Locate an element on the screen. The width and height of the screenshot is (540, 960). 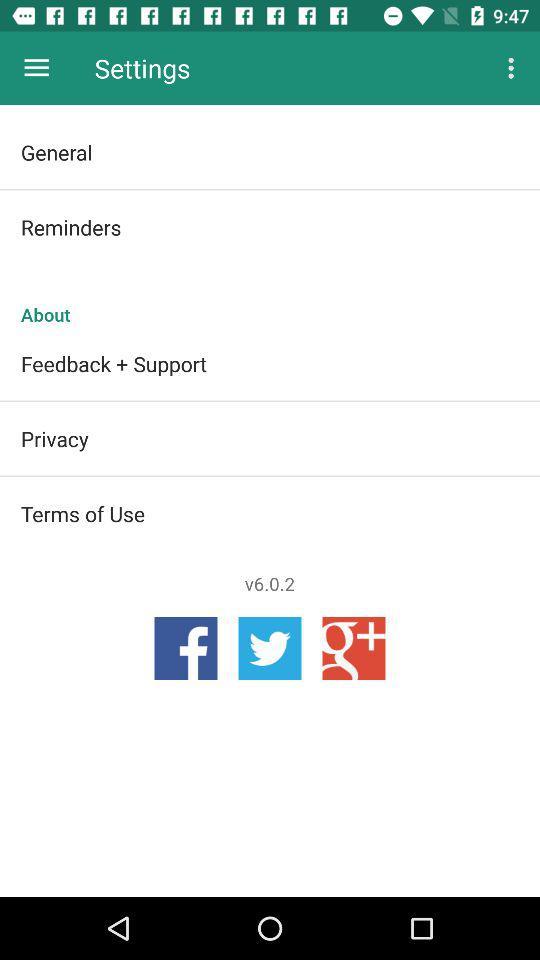
the privacy item is located at coordinates (270, 438).